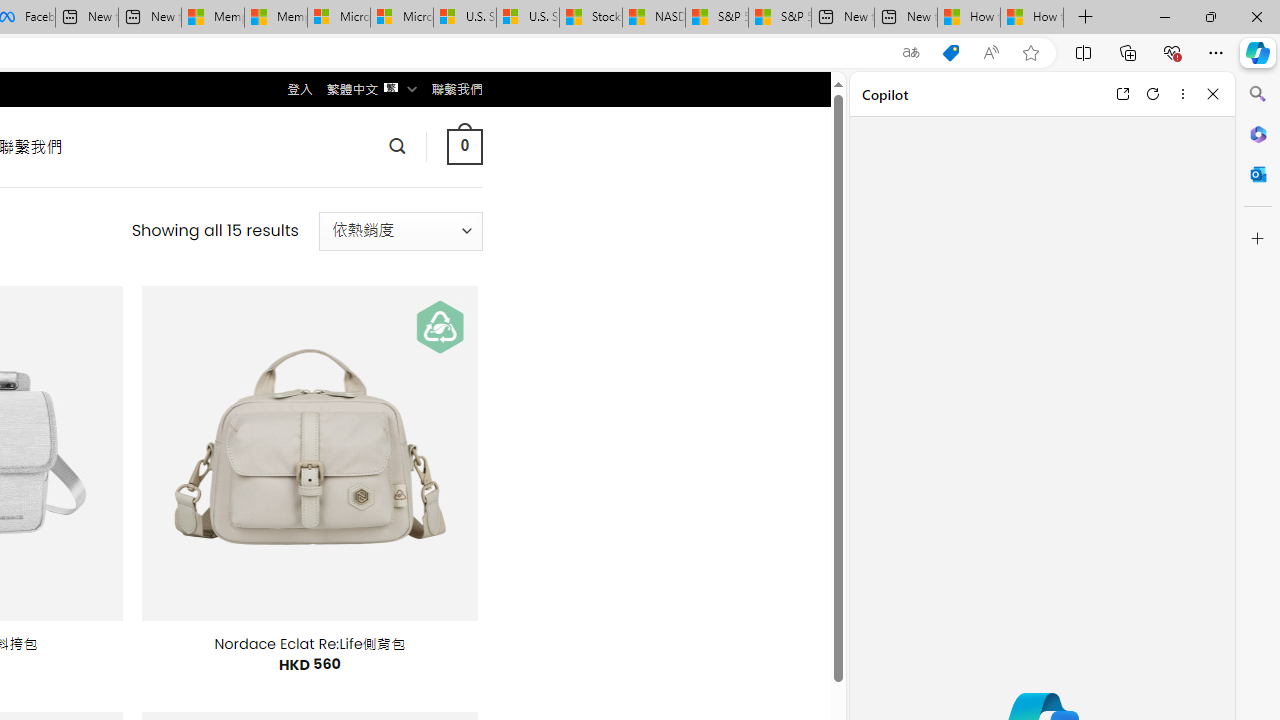 This screenshot has height=720, width=1280. What do you see at coordinates (1257, 173) in the screenshot?
I see `'Outlook'` at bounding box center [1257, 173].